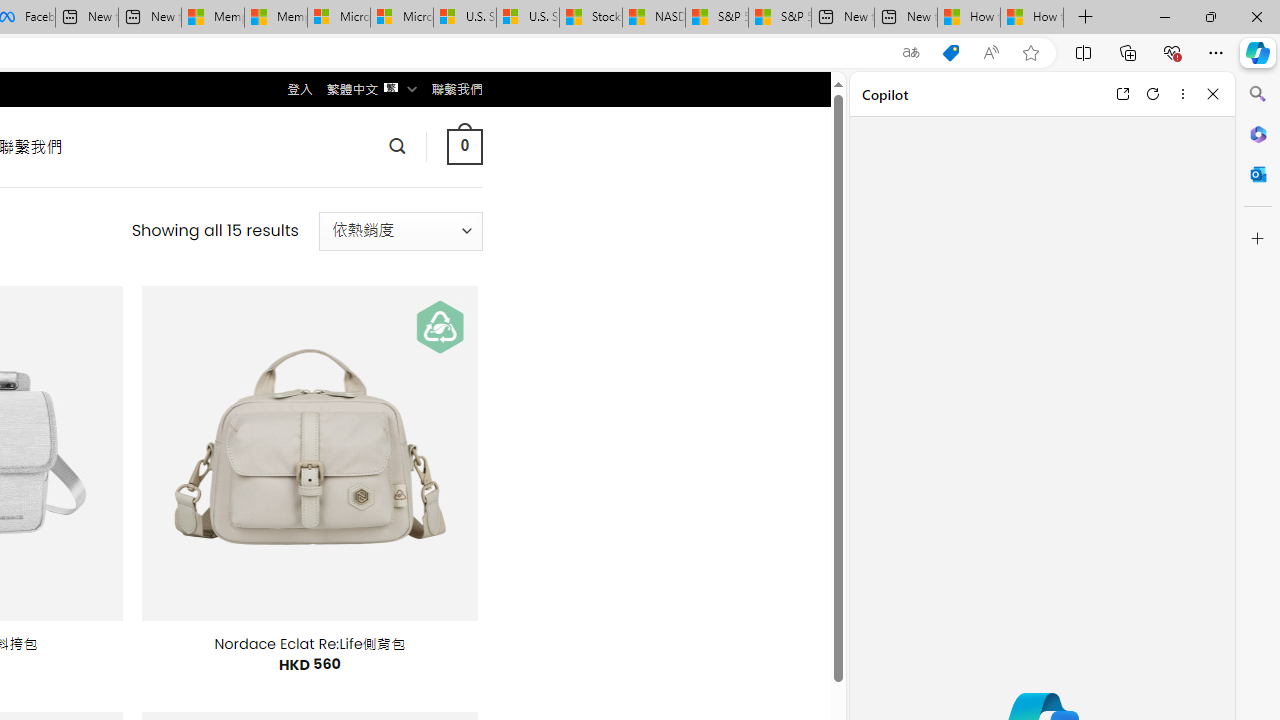 This screenshot has height=720, width=1280. What do you see at coordinates (1257, 173) in the screenshot?
I see `'Outlook'` at bounding box center [1257, 173].